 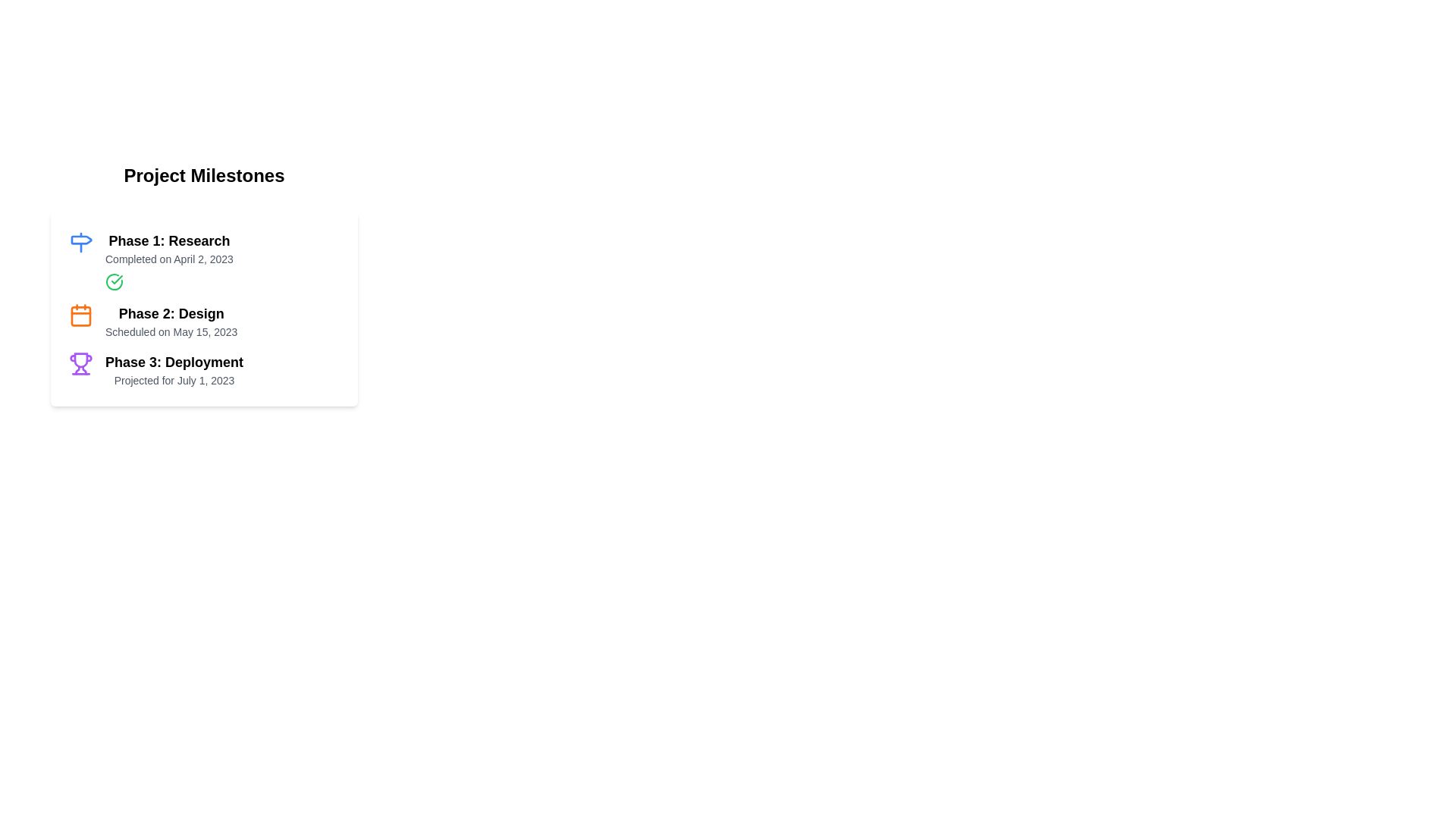 I want to click on the central component of the trophy icon representing the cup's main body, which is part of a purple-colored SVG icon within the 'Phase 3: Deployment' list item, so click(x=80, y=359).